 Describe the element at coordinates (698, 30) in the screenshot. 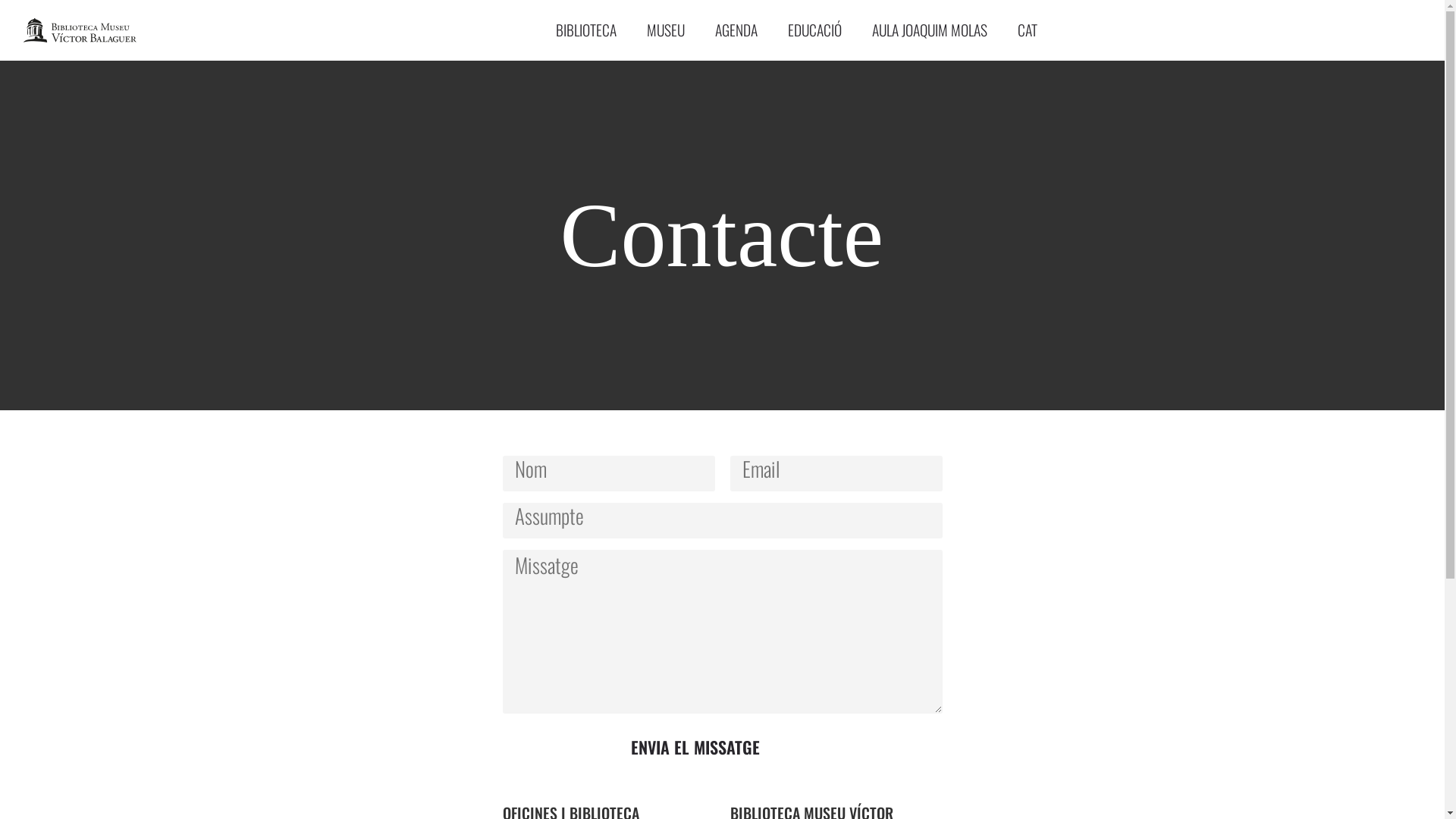

I see `'AGENDA'` at that location.